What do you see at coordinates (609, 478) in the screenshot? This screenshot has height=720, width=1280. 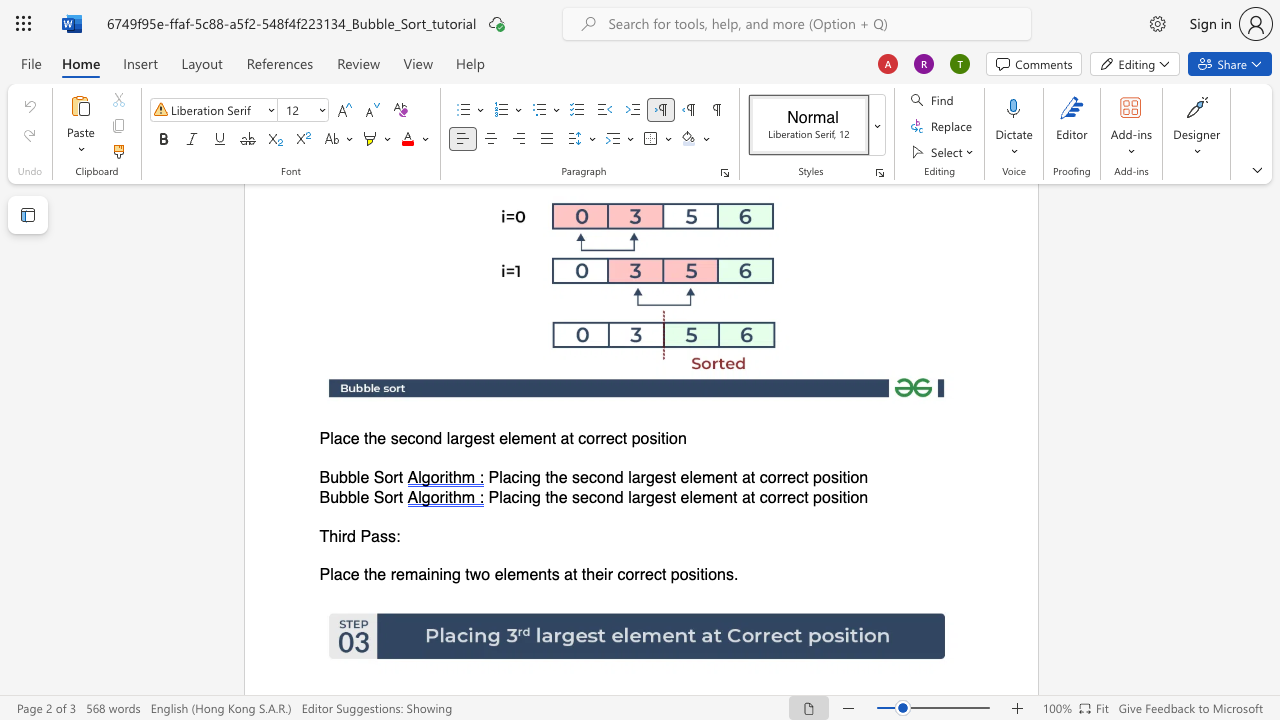 I see `the 2th character "n" in the text` at bounding box center [609, 478].